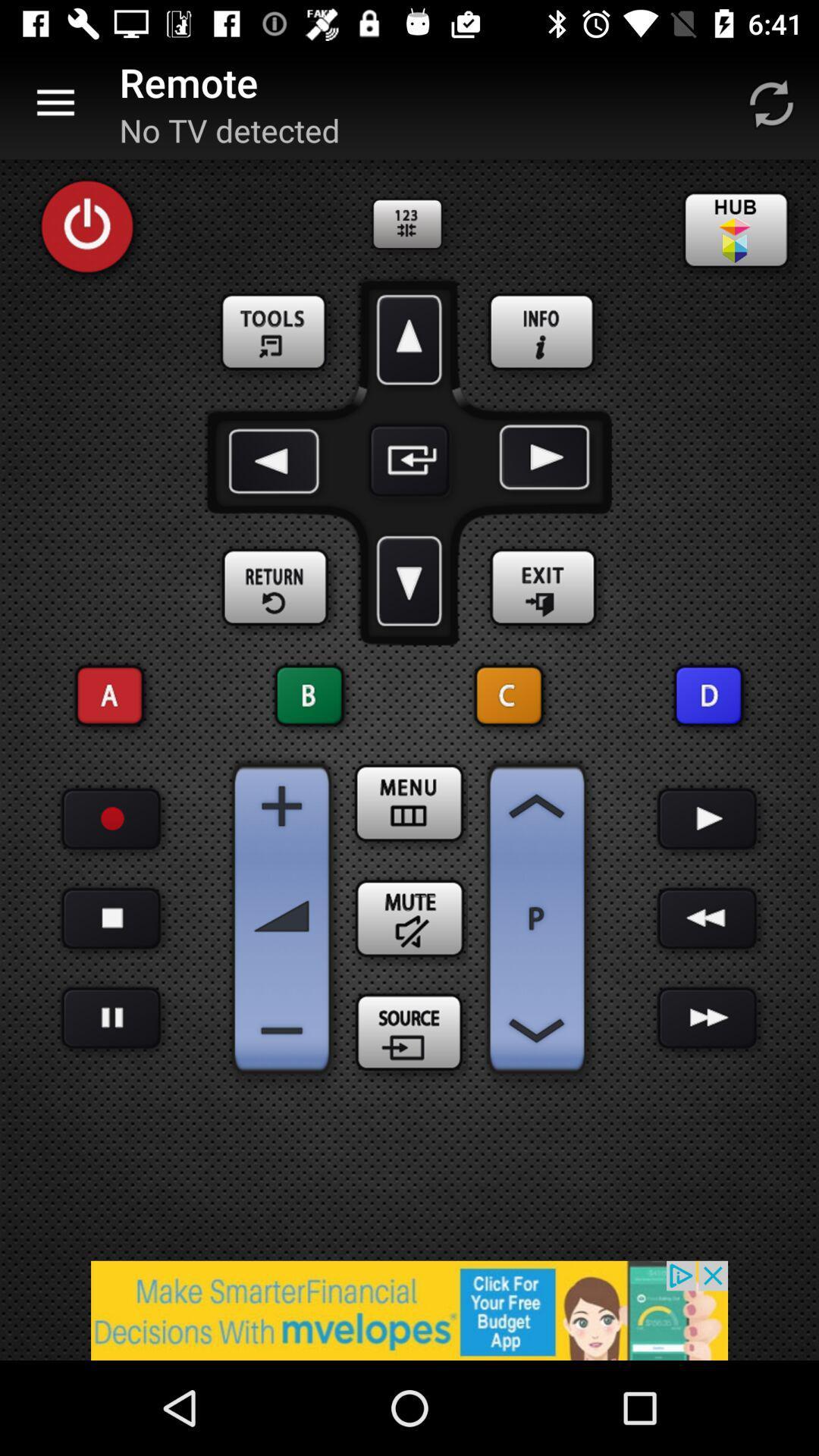 This screenshot has height=1456, width=819. I want to click on the expand_more icon, so click(409, 580).